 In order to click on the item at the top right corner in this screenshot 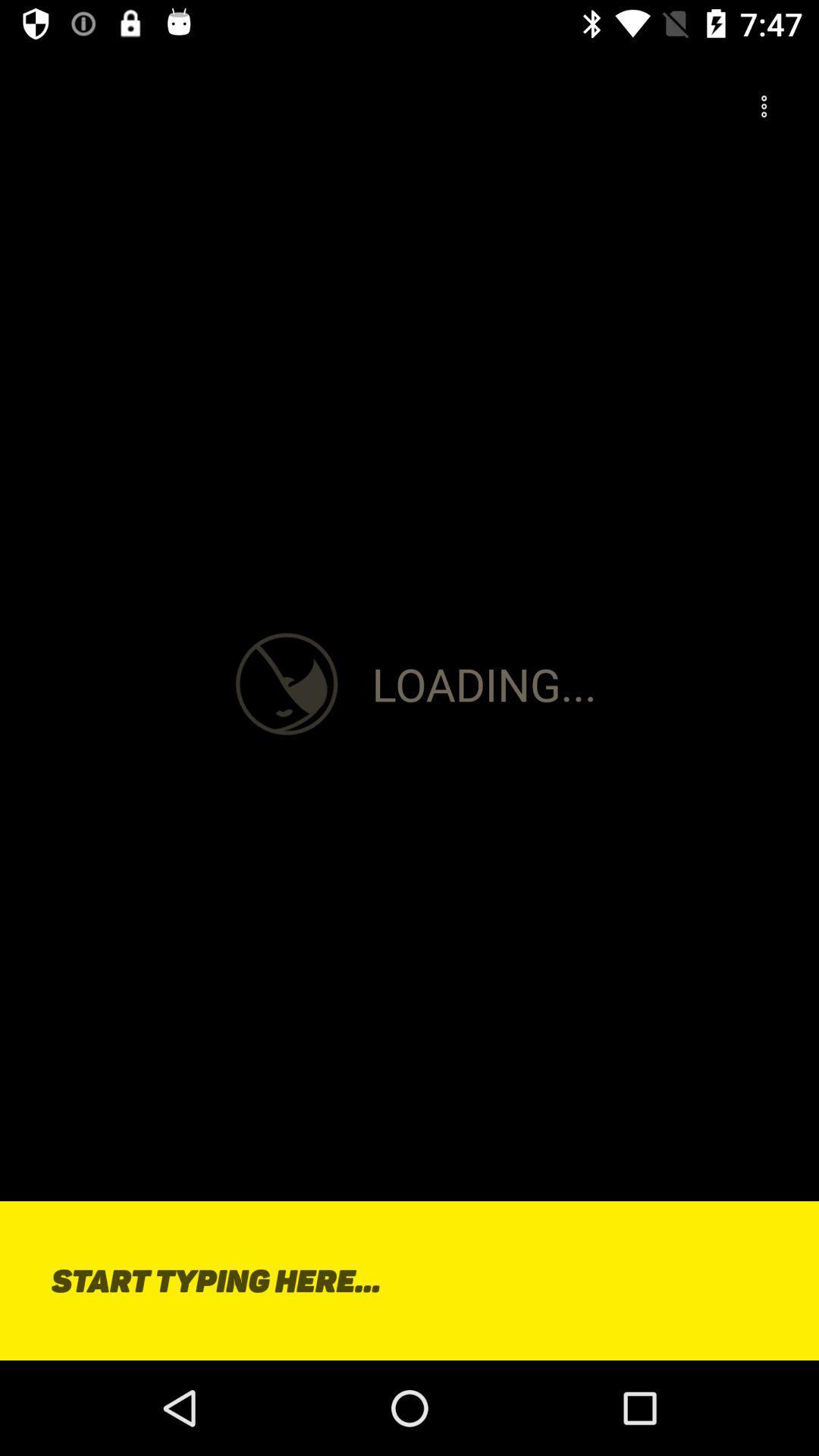, I will do `click(764, 106)`.